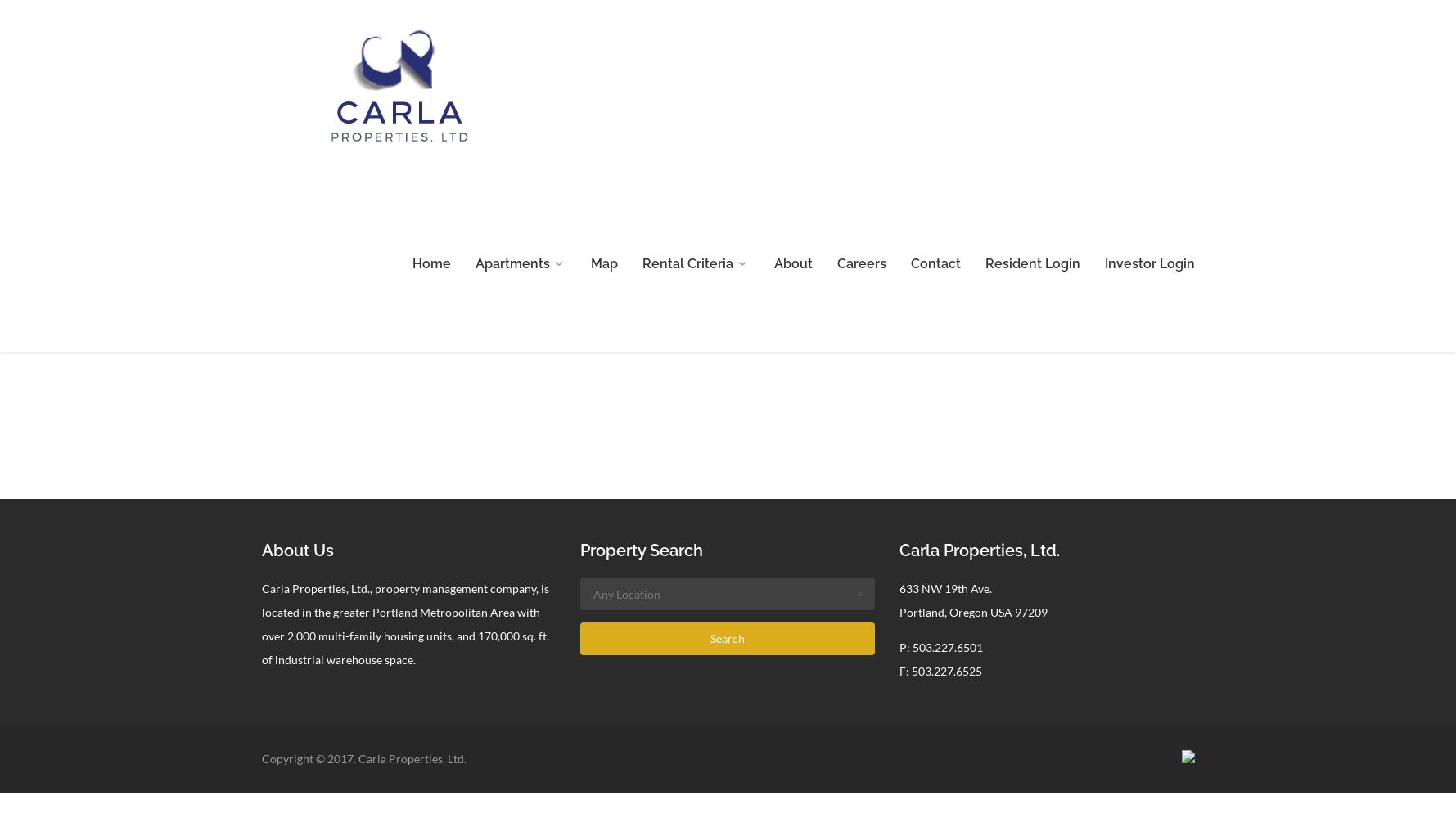 The image size is (1456, 818). I want to click on 'F: 503.227.6525', so click(899, 670).